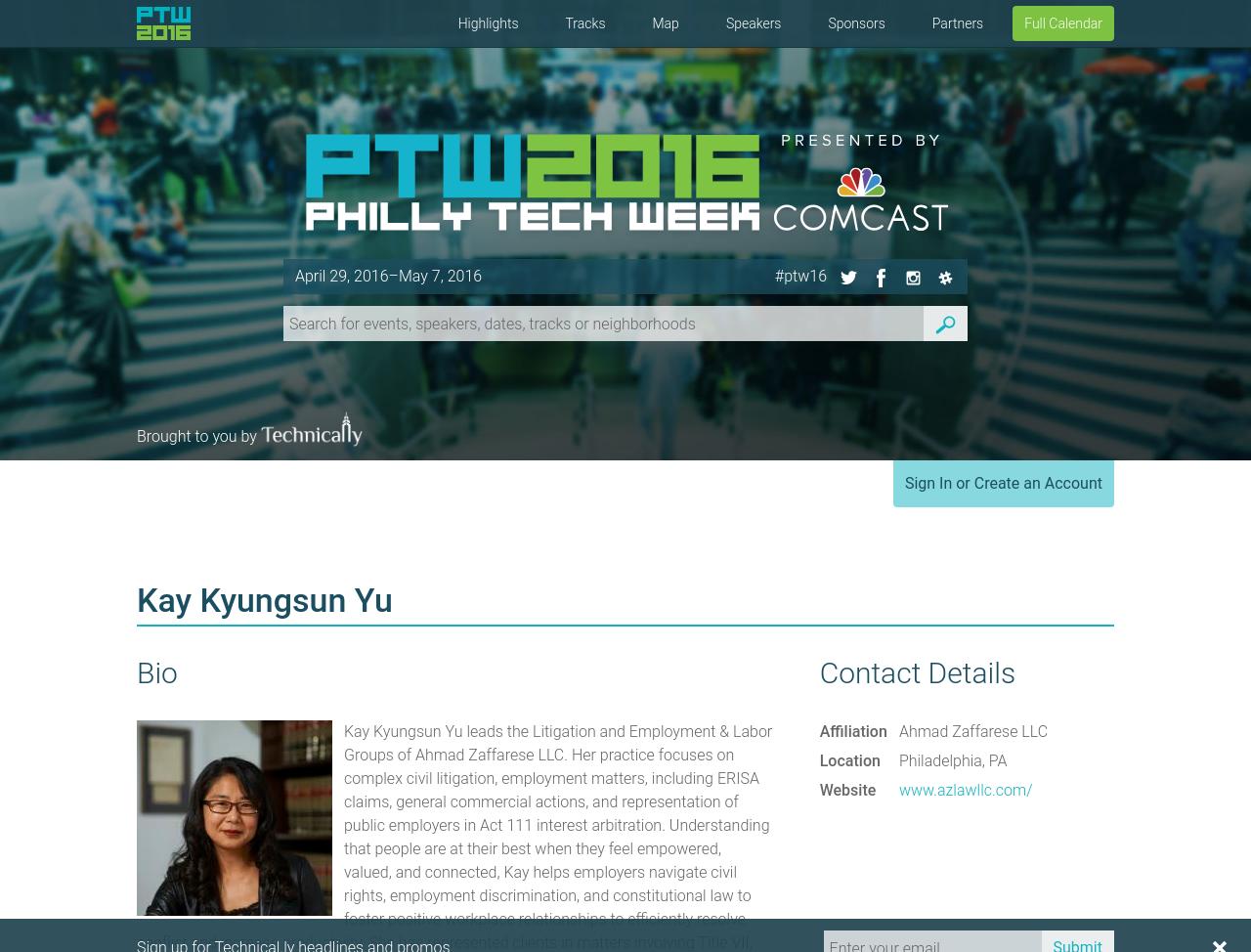 The width and height of the screenshot is (1251, 952). I want to click on 'Philadelphia, PA', so click(897, 759).